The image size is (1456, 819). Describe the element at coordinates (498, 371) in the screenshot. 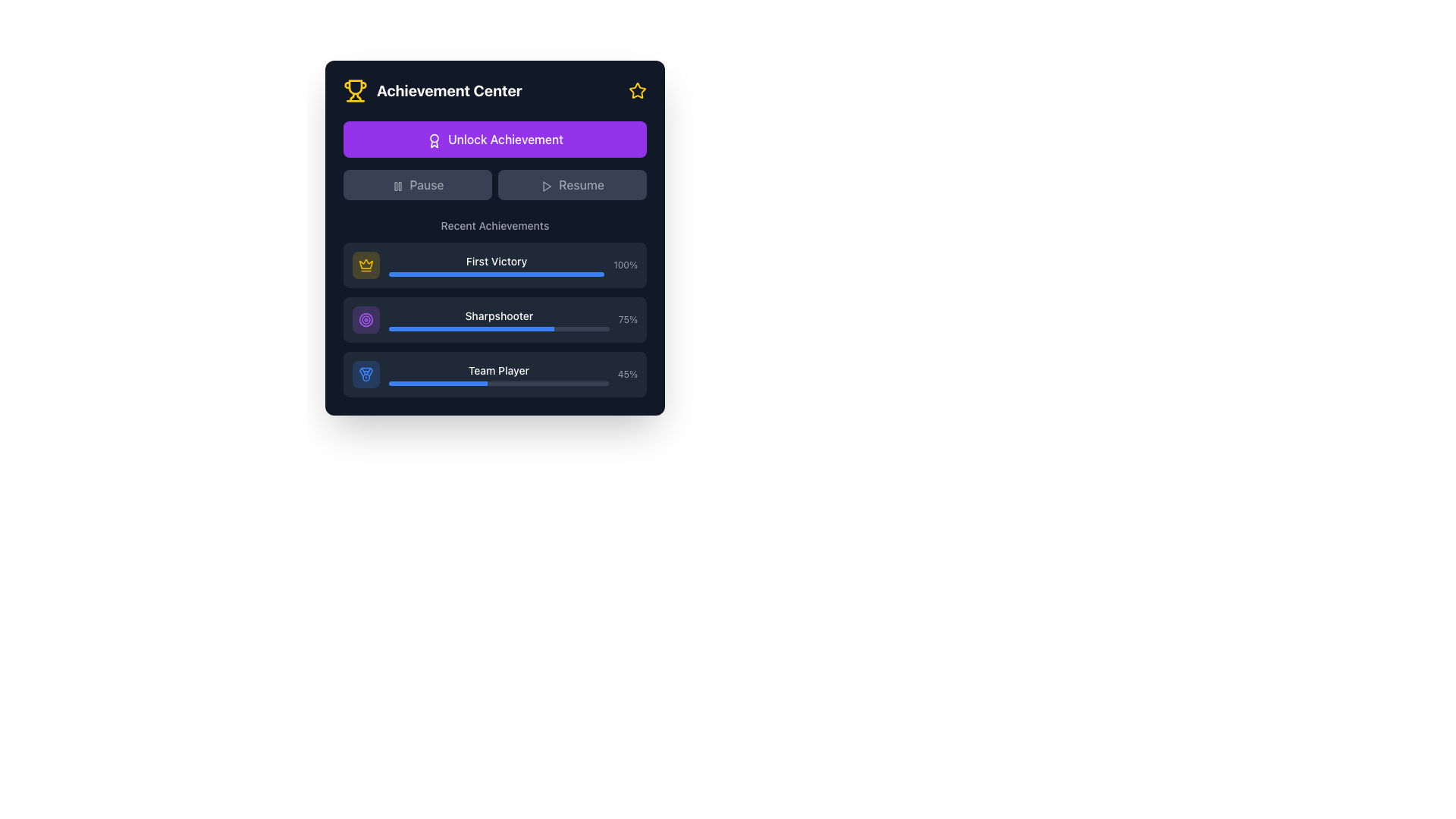

I see `the static text label of the third achievement in the achievement center section, which identifies the associated achievement` at that location.